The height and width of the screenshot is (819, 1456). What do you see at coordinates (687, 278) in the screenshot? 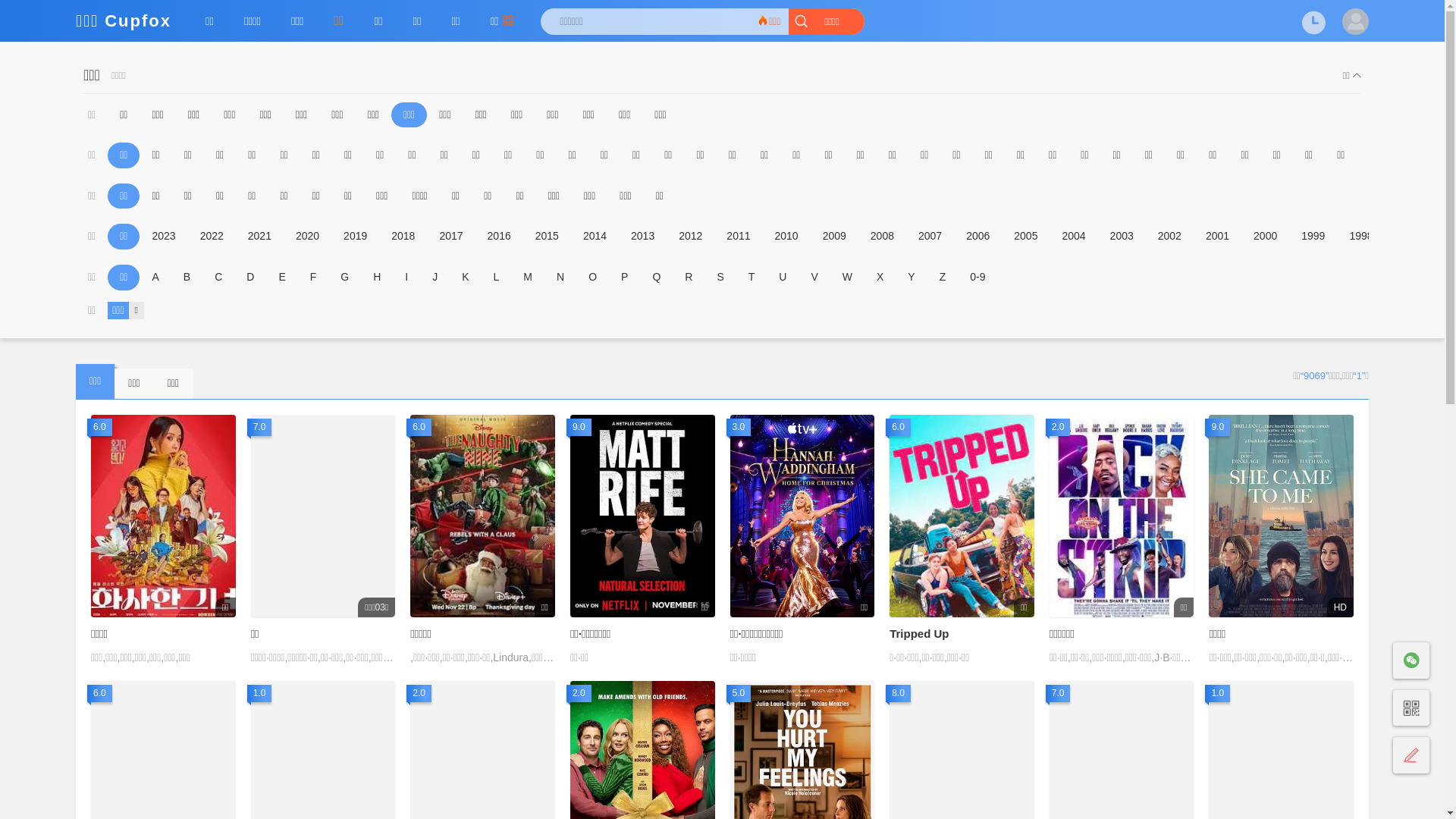
I see `'R'` at bounding box center [687, 278].